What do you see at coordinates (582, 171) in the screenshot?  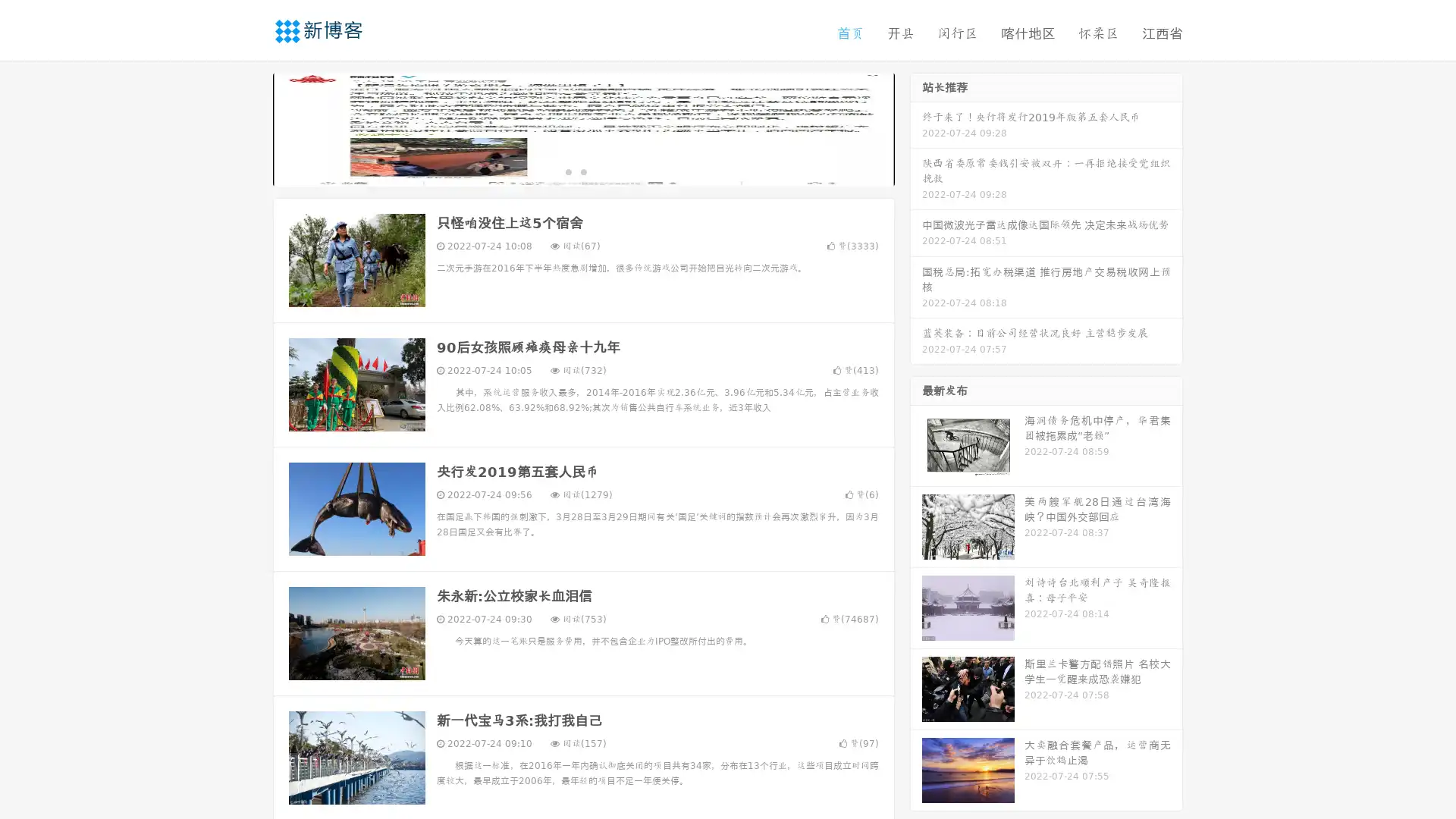 I see `Go to slide 2` at bounding box center [582, 171].